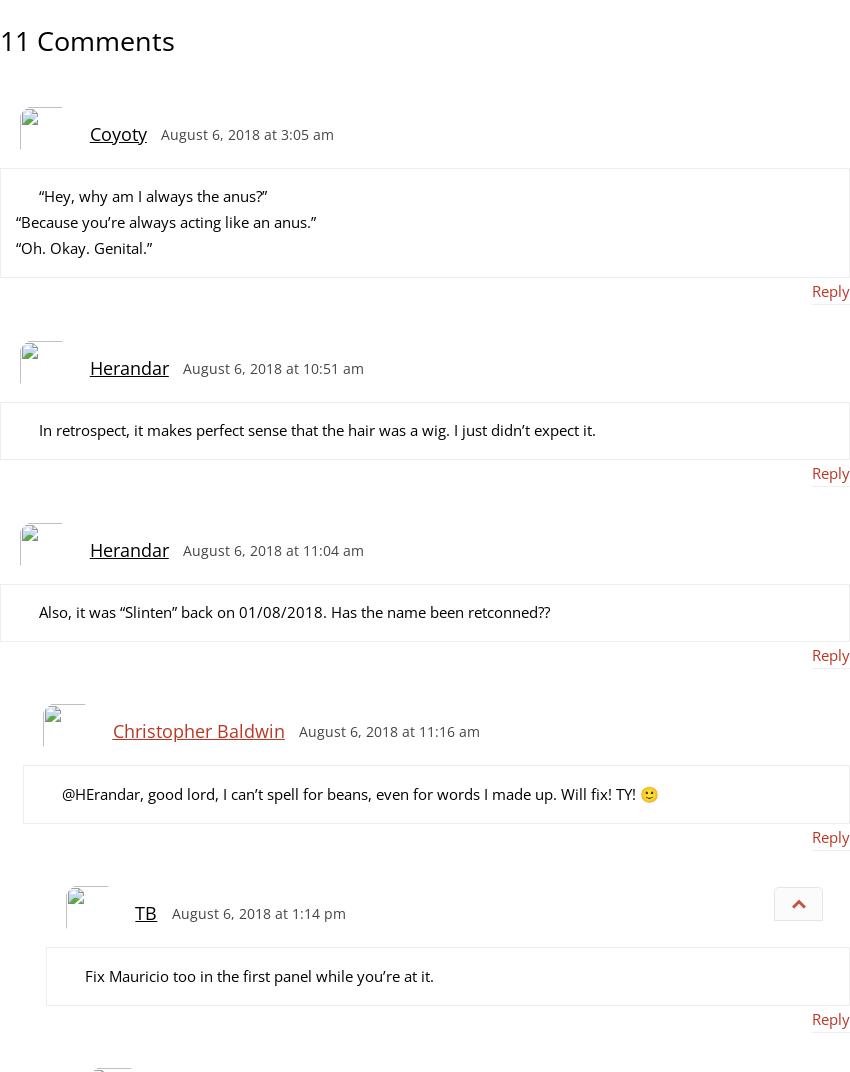 This screenshot has height=1072, width=850. Describe the element at coordinates (116, 133) in the screenshot. I see `'Coyoty'` at that location.